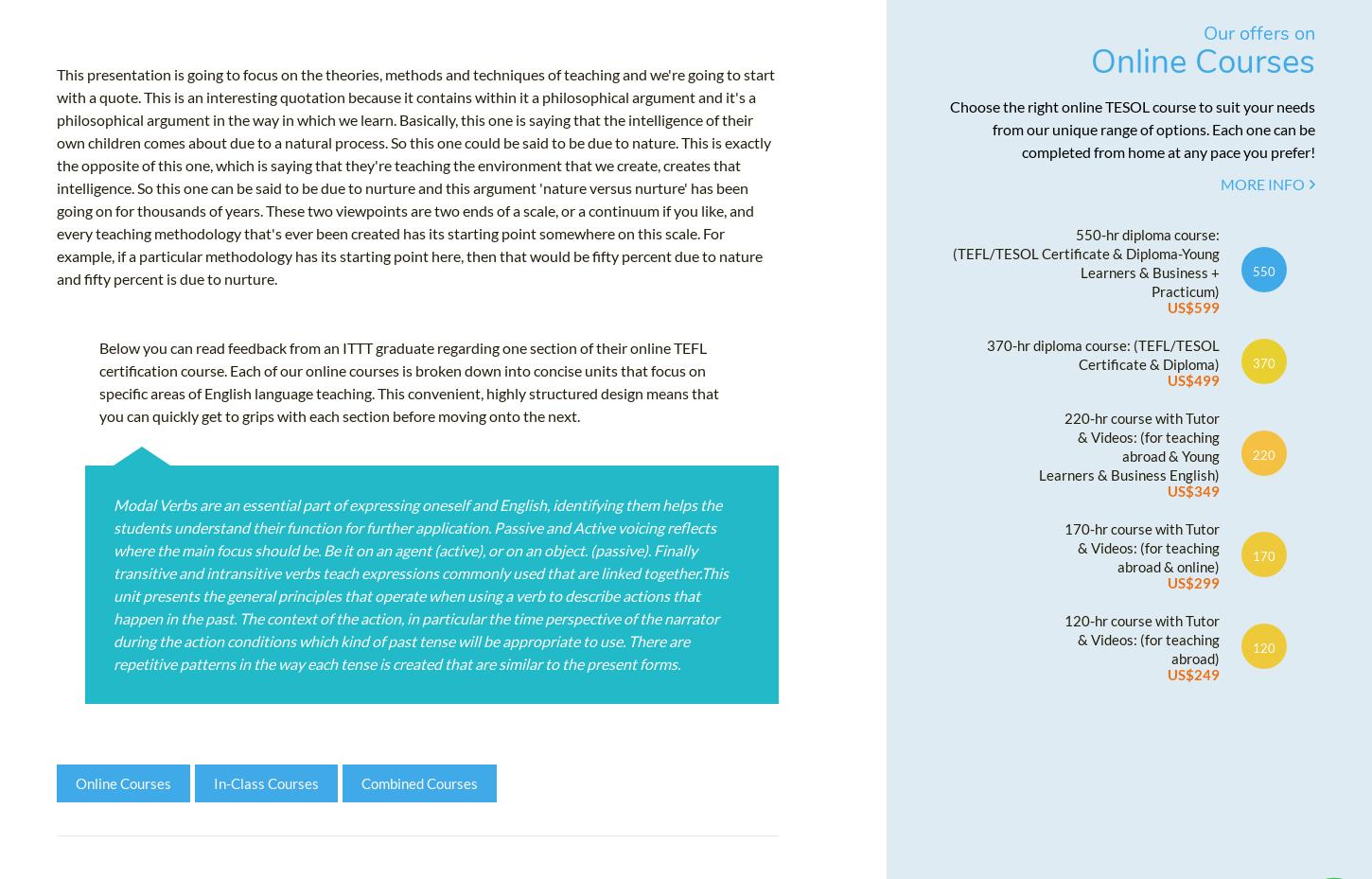 The image size is (1372, 879). What do you see at coordinates (1127, 483) in the screenshot?
I see `'Learners & Business English)'` at bounding box center [1127, 483].